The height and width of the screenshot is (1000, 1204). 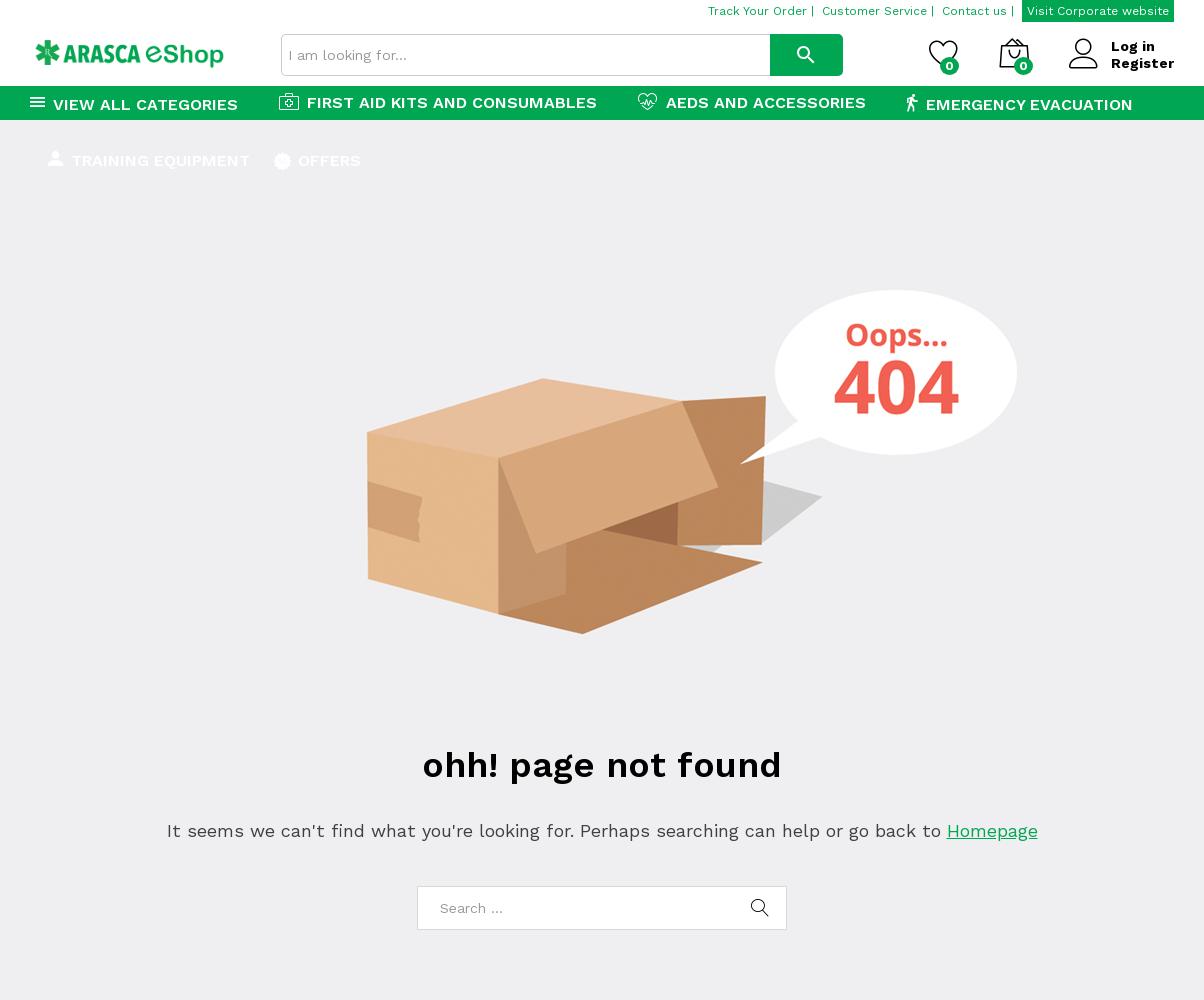 What do you see at coordinates (757, 11) in the screenshot?
I see `'Track Your Order'` at bounding box center [757, 11].